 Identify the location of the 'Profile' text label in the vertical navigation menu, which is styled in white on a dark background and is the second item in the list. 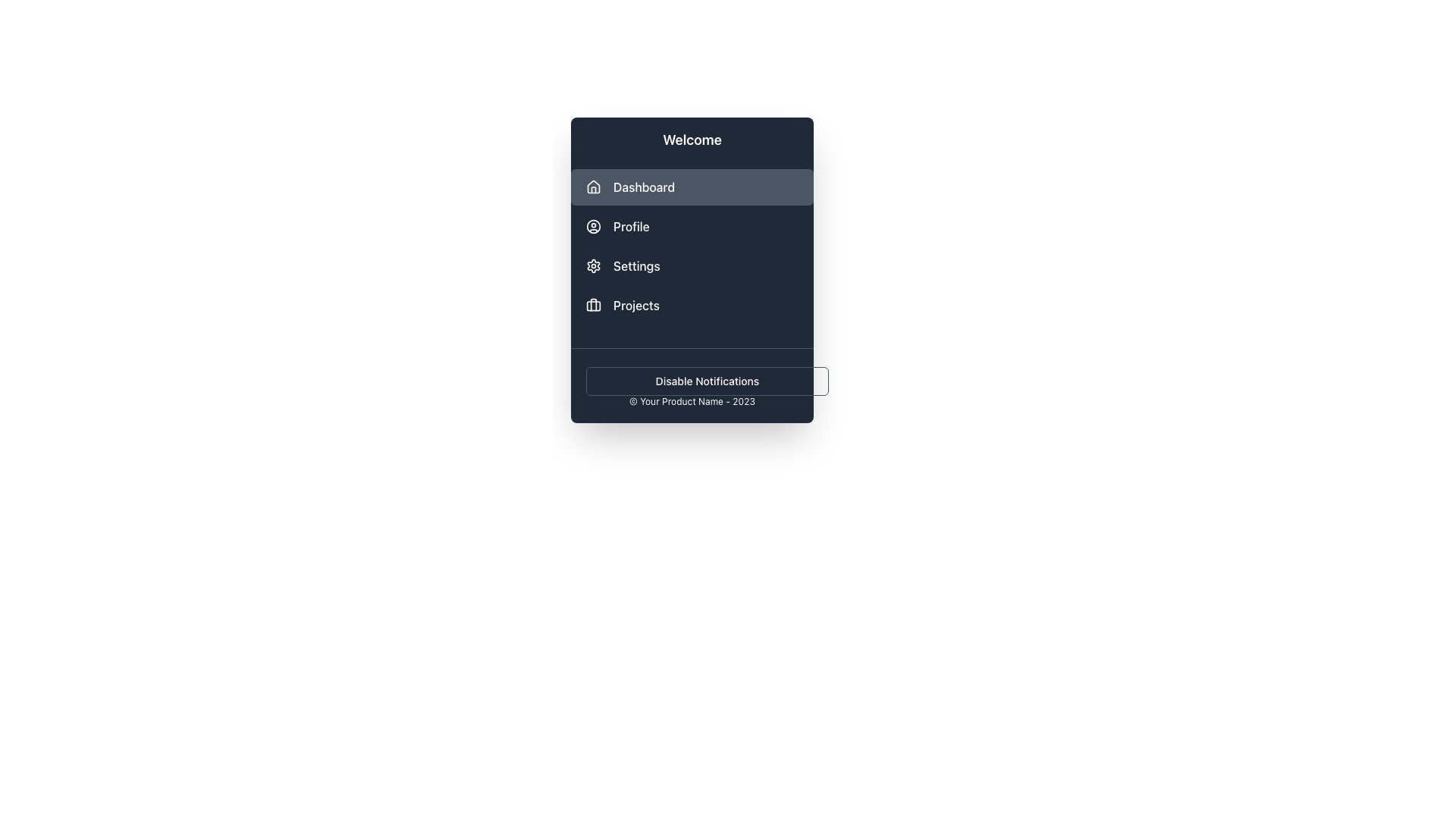
(631, 227).